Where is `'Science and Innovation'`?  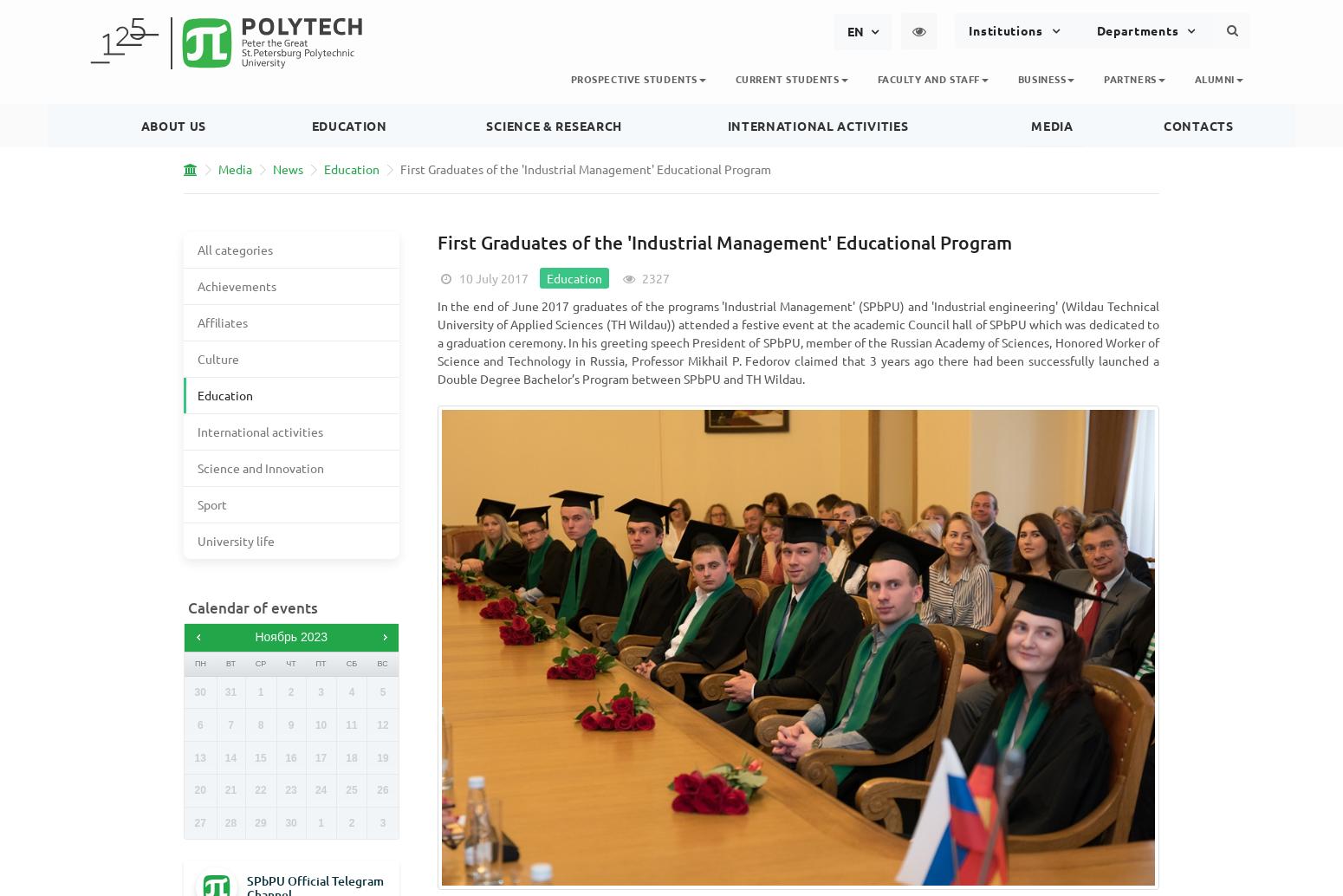 'Science and Innovation' is located at coordinates (261, 467).